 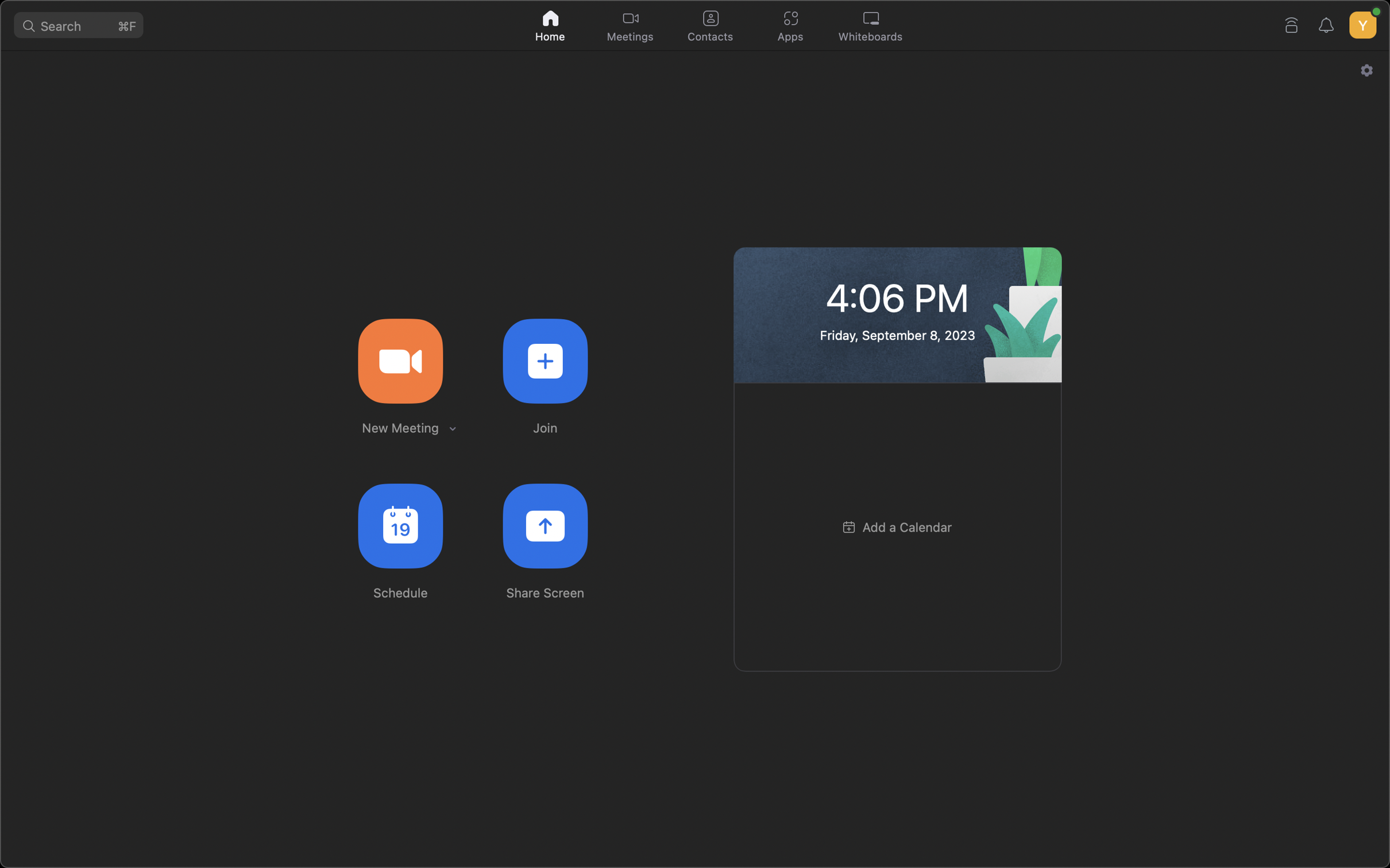 What do you see at coordinates (1292, 22) in the screenshot?
I see `Establish a pairing with a Zoom Room from your device` at bounding box center [1292, 22].